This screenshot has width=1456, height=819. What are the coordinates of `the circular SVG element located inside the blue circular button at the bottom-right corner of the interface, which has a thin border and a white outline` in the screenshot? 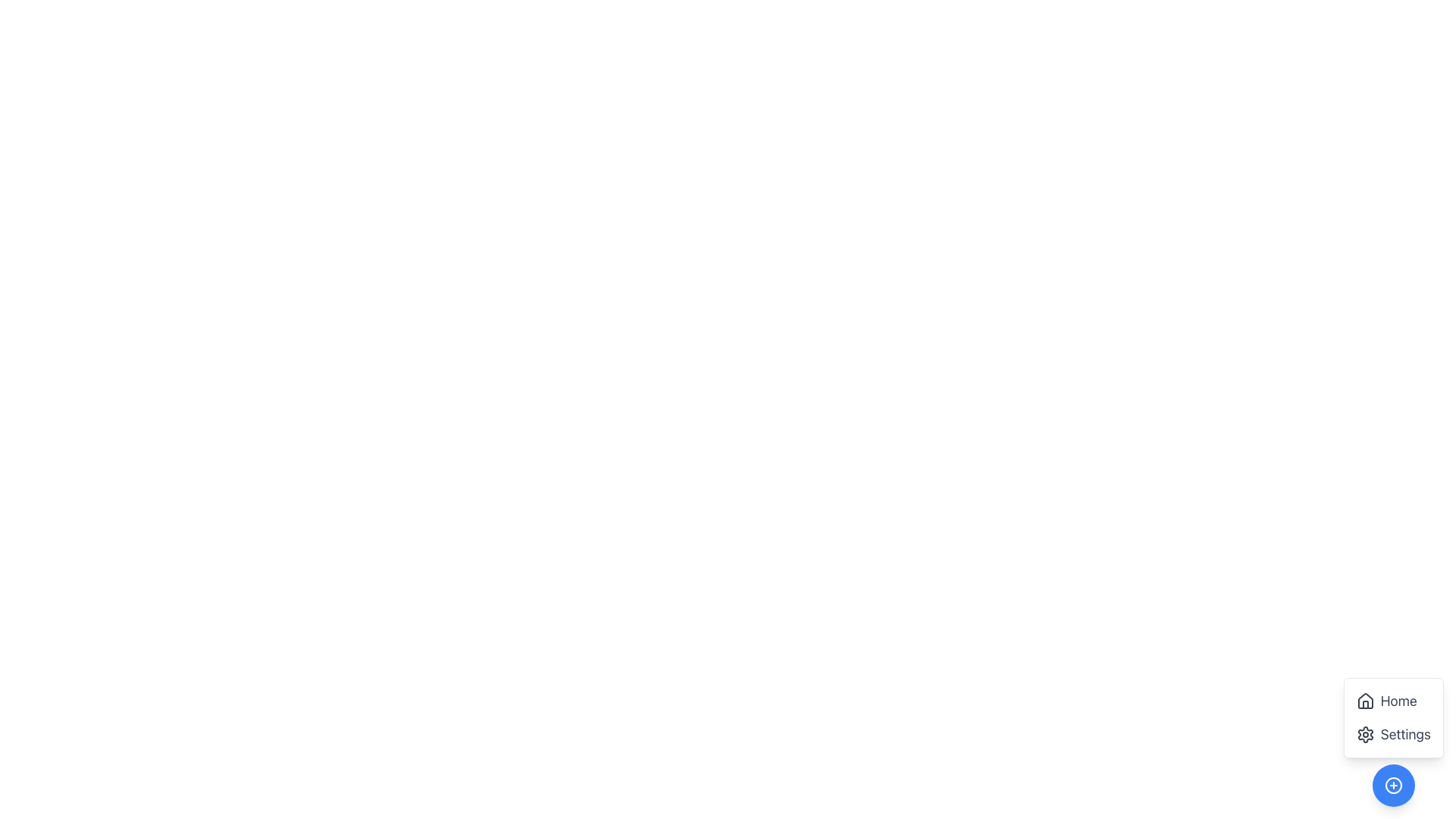 It's located at (1393, 785).